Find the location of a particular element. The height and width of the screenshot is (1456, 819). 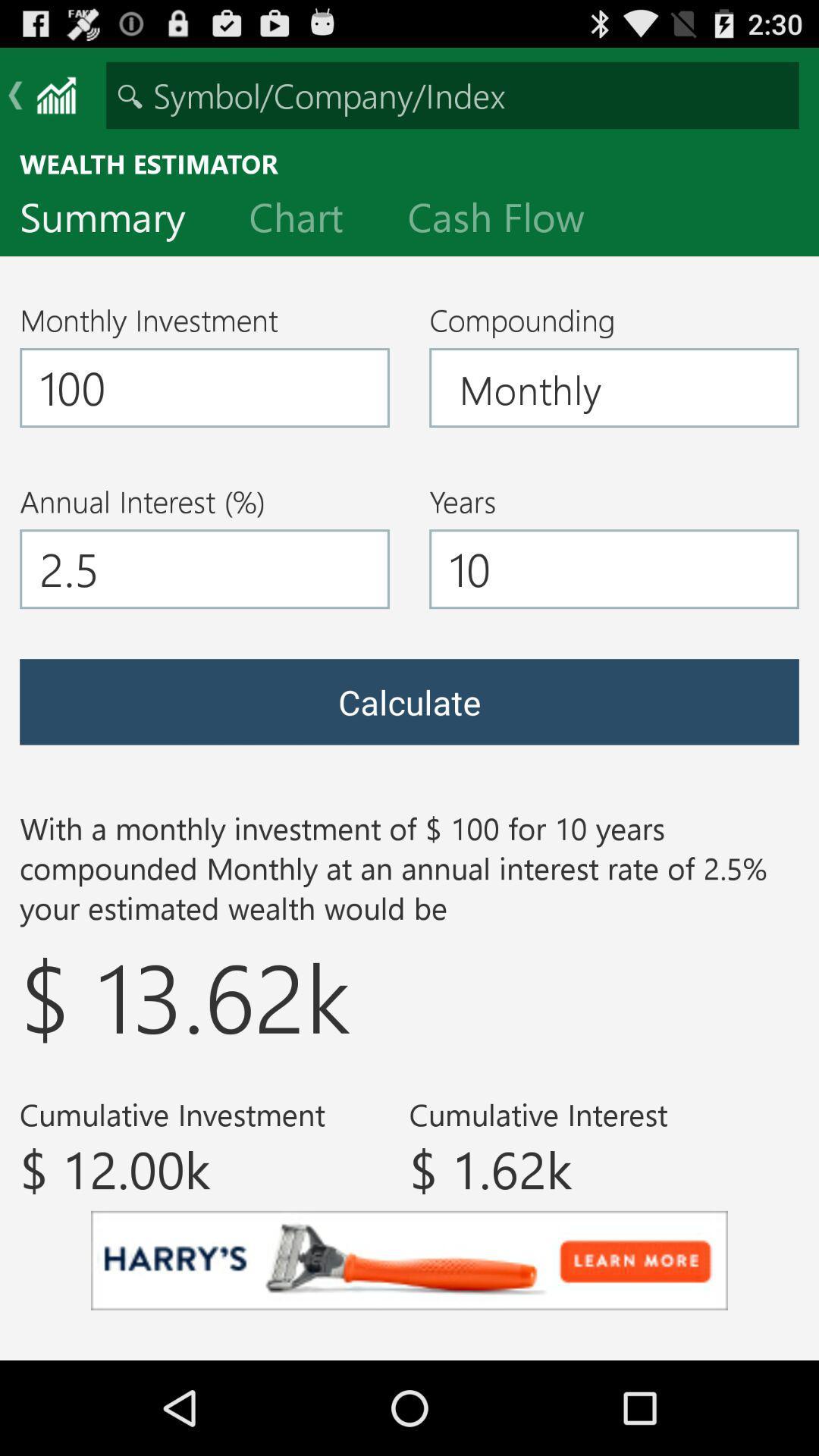

the icon next to the chart icon is located at coordinates (114, 220).